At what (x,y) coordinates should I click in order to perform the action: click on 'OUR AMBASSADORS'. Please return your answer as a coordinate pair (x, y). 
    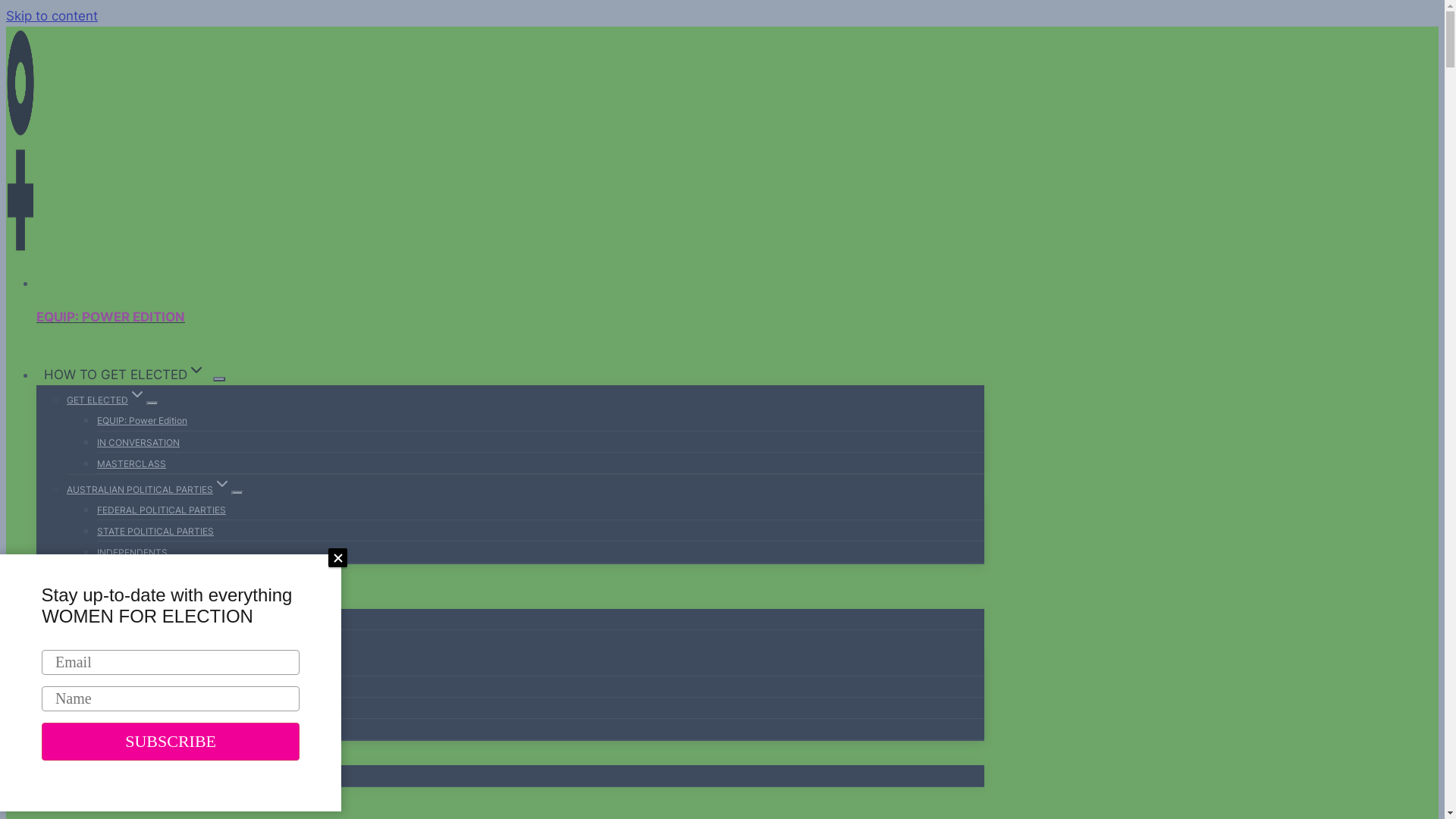
    Looking at the image, I should click on (143, 729).